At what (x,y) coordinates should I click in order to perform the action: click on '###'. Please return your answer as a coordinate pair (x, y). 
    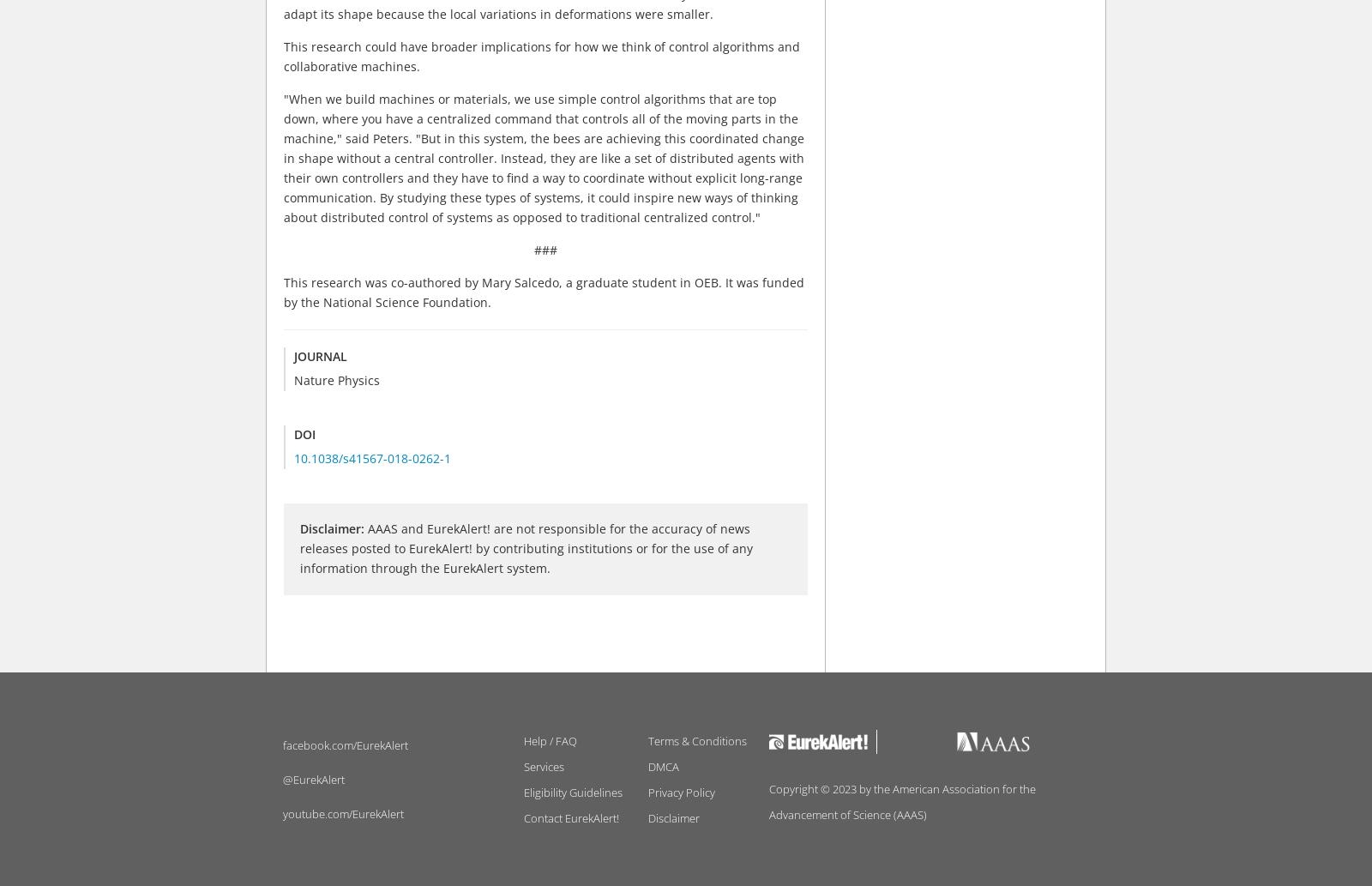
    Looking at the image, I should click on (534, 249).